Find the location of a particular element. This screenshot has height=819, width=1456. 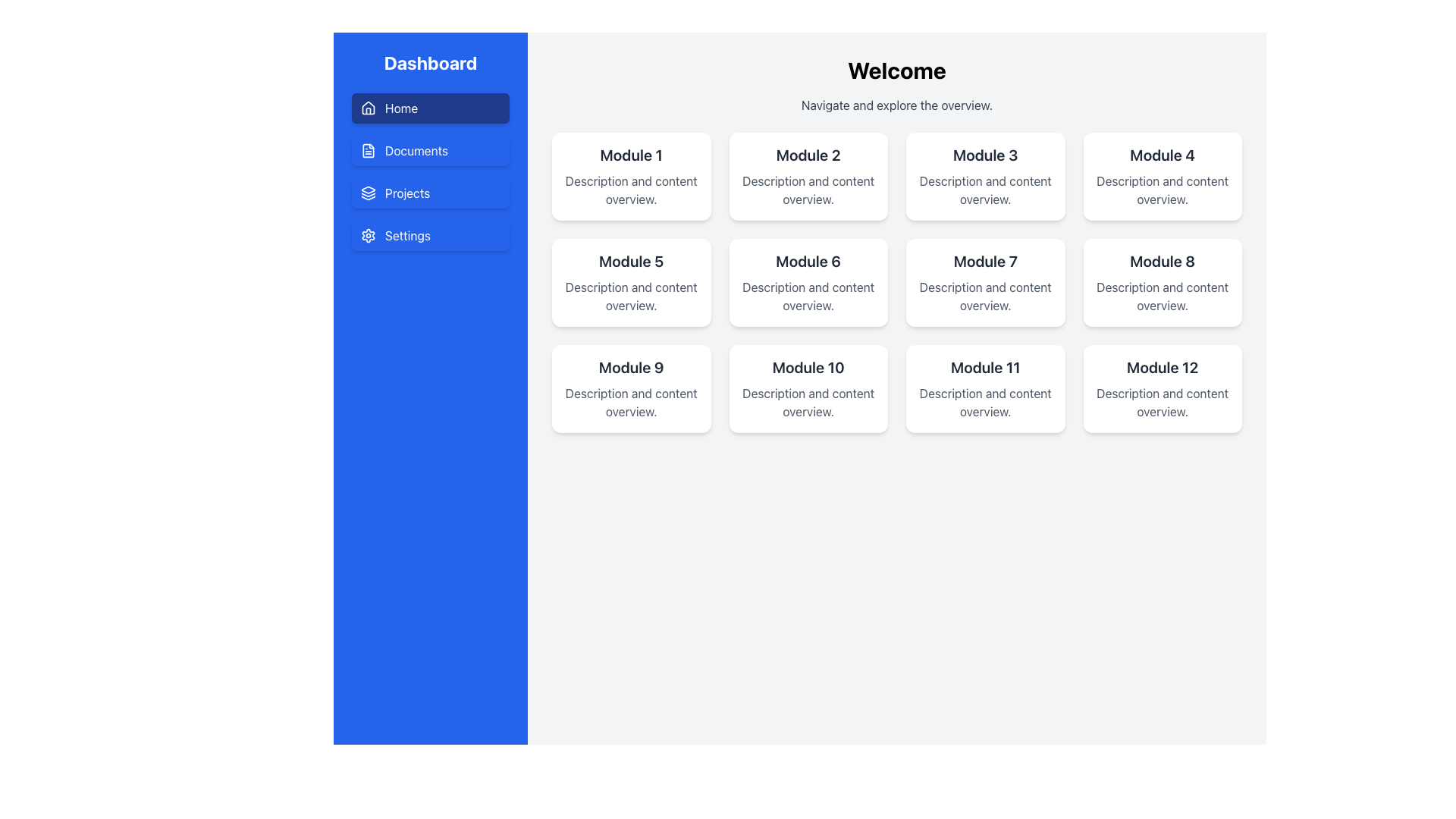

the house-shaped icon in the left sidebar located above the text 'Home'. This icon has rounded strokes and no fill color, making it distinct in the navigation area is located at coordinates (368, 107).